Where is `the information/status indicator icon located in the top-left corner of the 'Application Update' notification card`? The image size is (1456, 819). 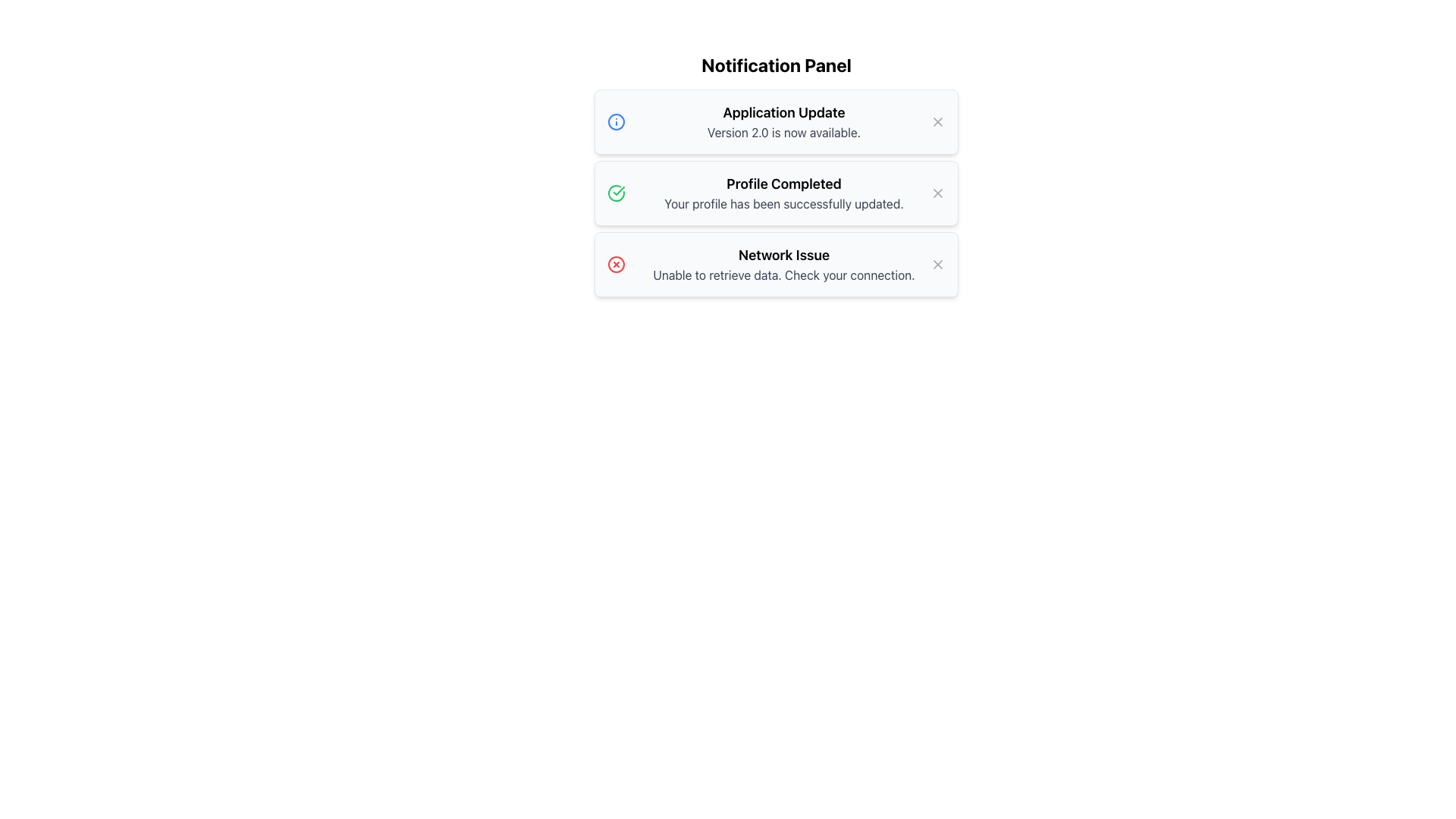
the information/status indicator icon located in the top-left corner of the 'Application Update' notification card is located at coordinates (616, 121).